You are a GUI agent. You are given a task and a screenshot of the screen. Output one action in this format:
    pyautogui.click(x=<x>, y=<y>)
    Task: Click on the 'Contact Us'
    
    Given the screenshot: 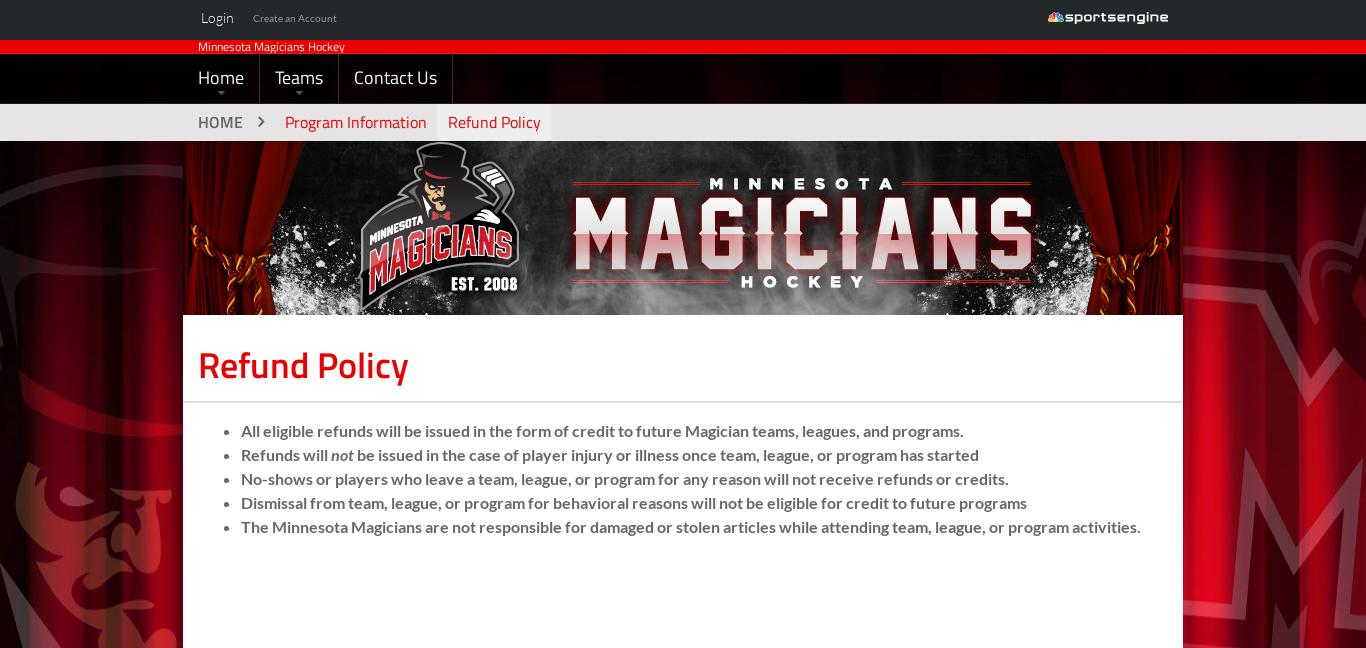 What is the action you would take?
    pyautogui.click(x=353, y=108)
    